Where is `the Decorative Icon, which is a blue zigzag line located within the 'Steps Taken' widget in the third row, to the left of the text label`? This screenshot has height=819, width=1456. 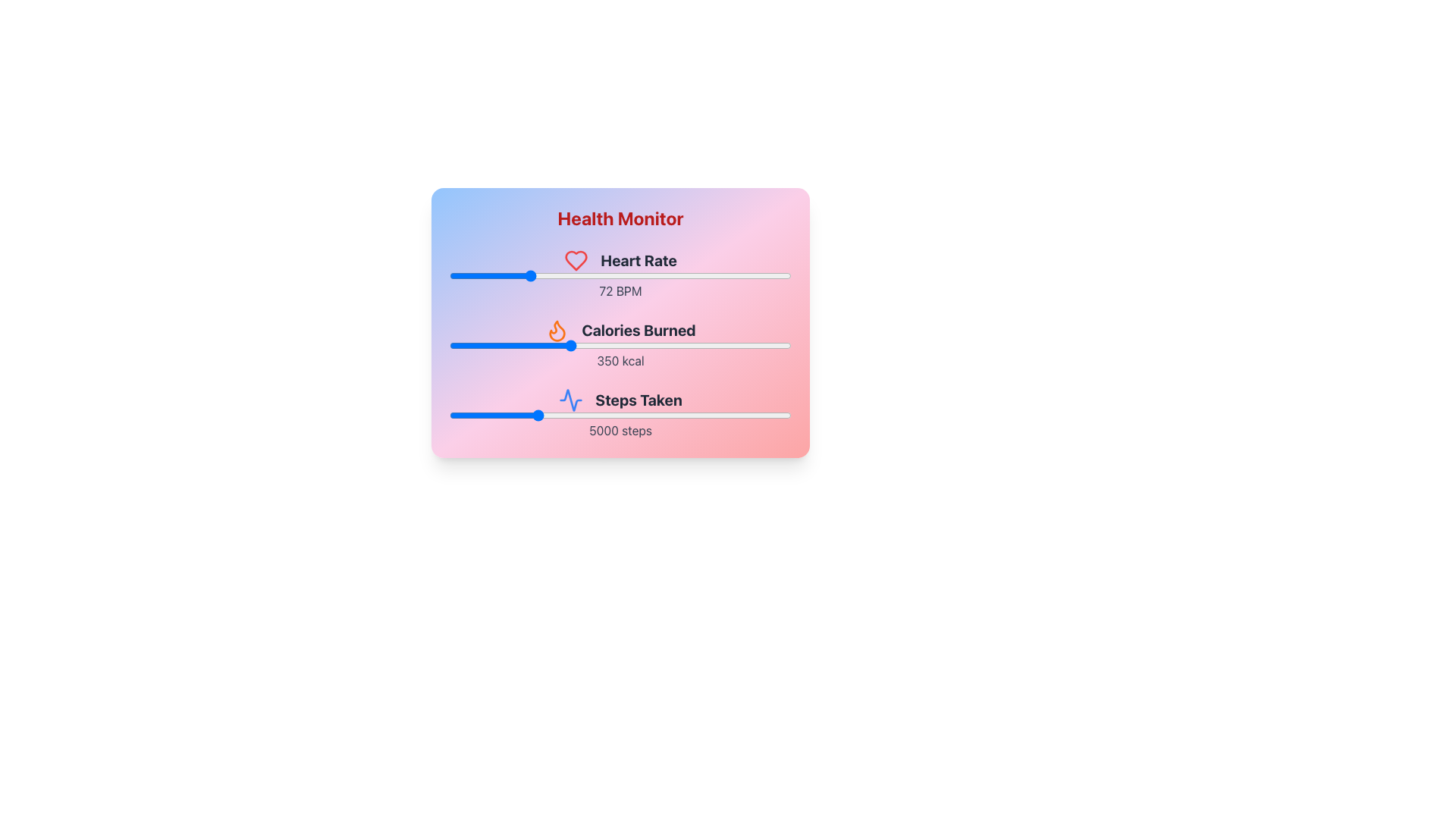
the Decorative Icon, which is a blue zigzag line located within the 'Steps Taken' widget in the third row, to the left of the text label is located at coordinates (570, 400).